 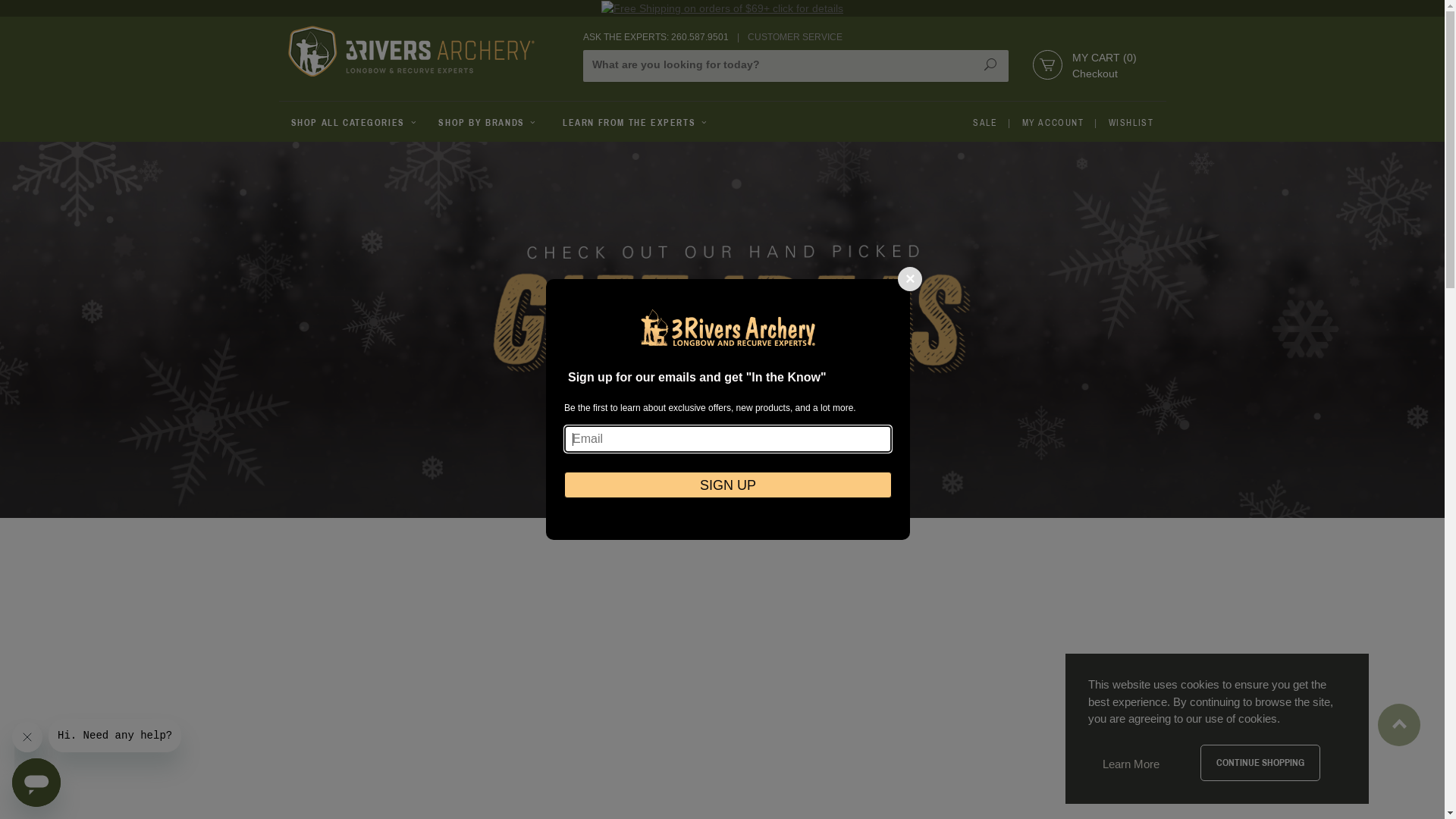 I want to click on 'Learn More', so click(x=1103, y=764).